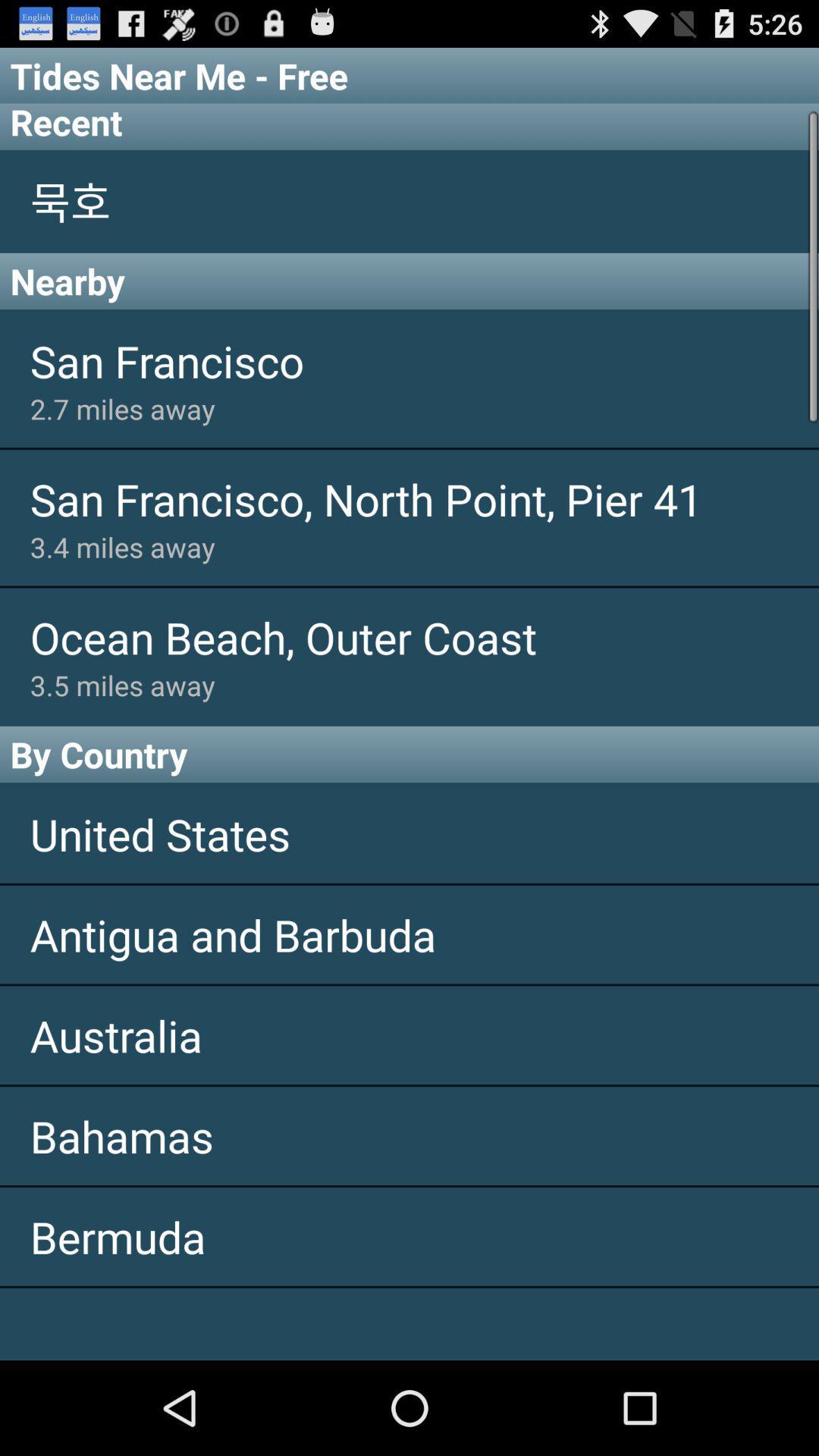  What do you see at coordinates (409, 281) in the screenshot?
I see `icon above the san francisco app` at bounding box center [409, 281].